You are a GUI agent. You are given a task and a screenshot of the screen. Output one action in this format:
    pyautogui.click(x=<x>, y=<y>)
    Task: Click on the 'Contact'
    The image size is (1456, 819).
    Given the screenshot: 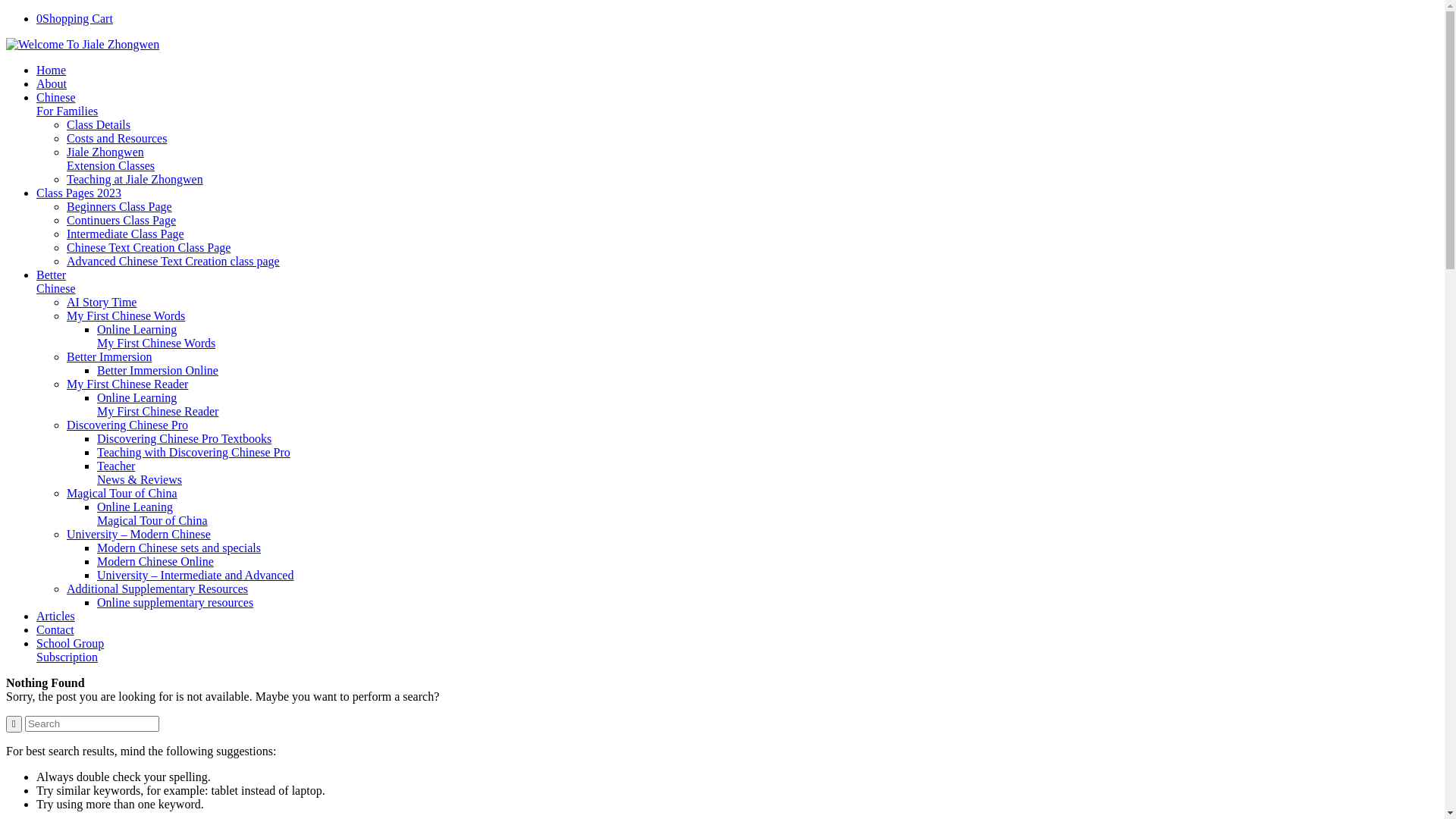 What is the action you would take?
    pyautogui.click(x=55, y=629)
    